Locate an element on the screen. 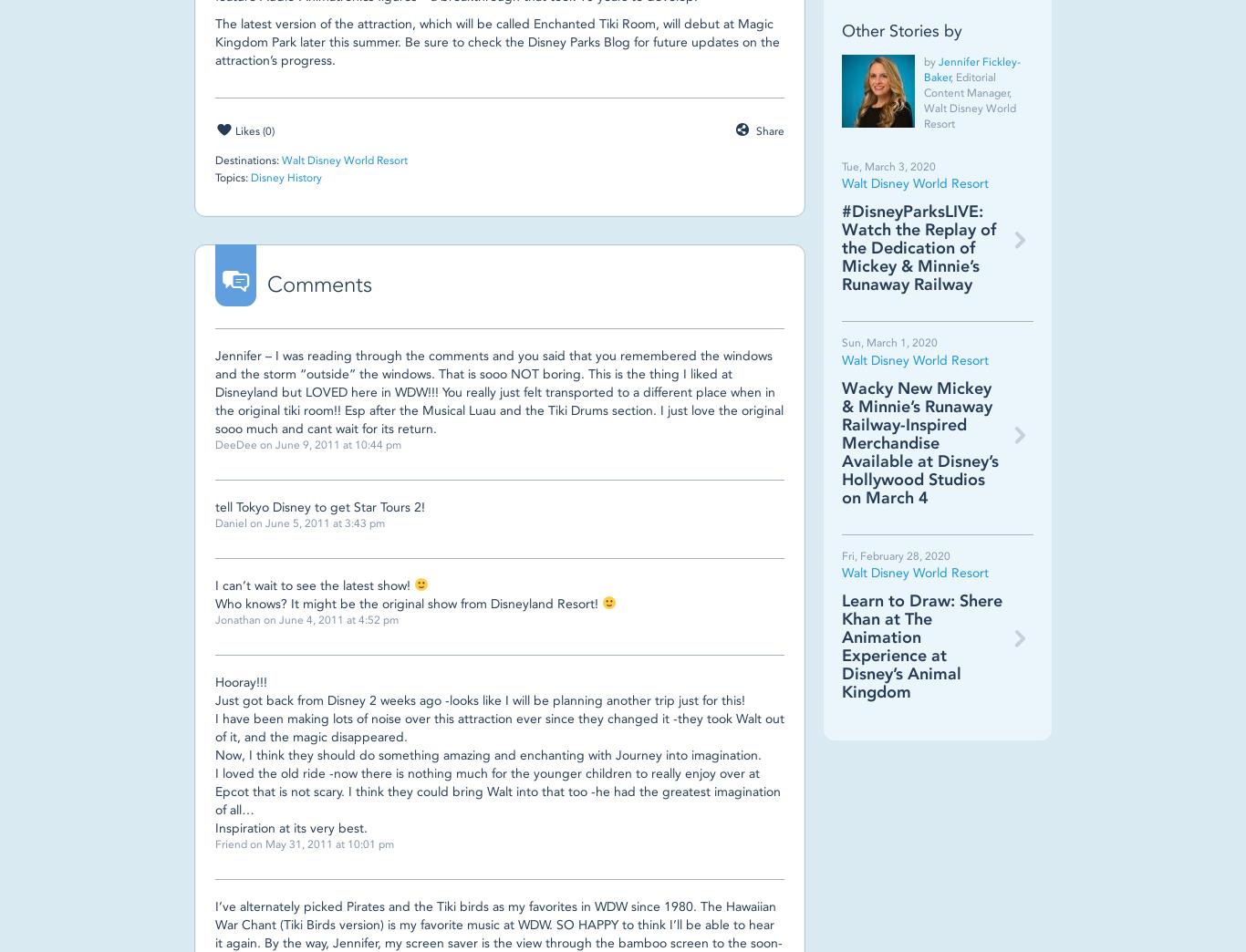 This screenshot has width=1246, height=952. 'Hooray!!!' is located at coordinates (241, 682).